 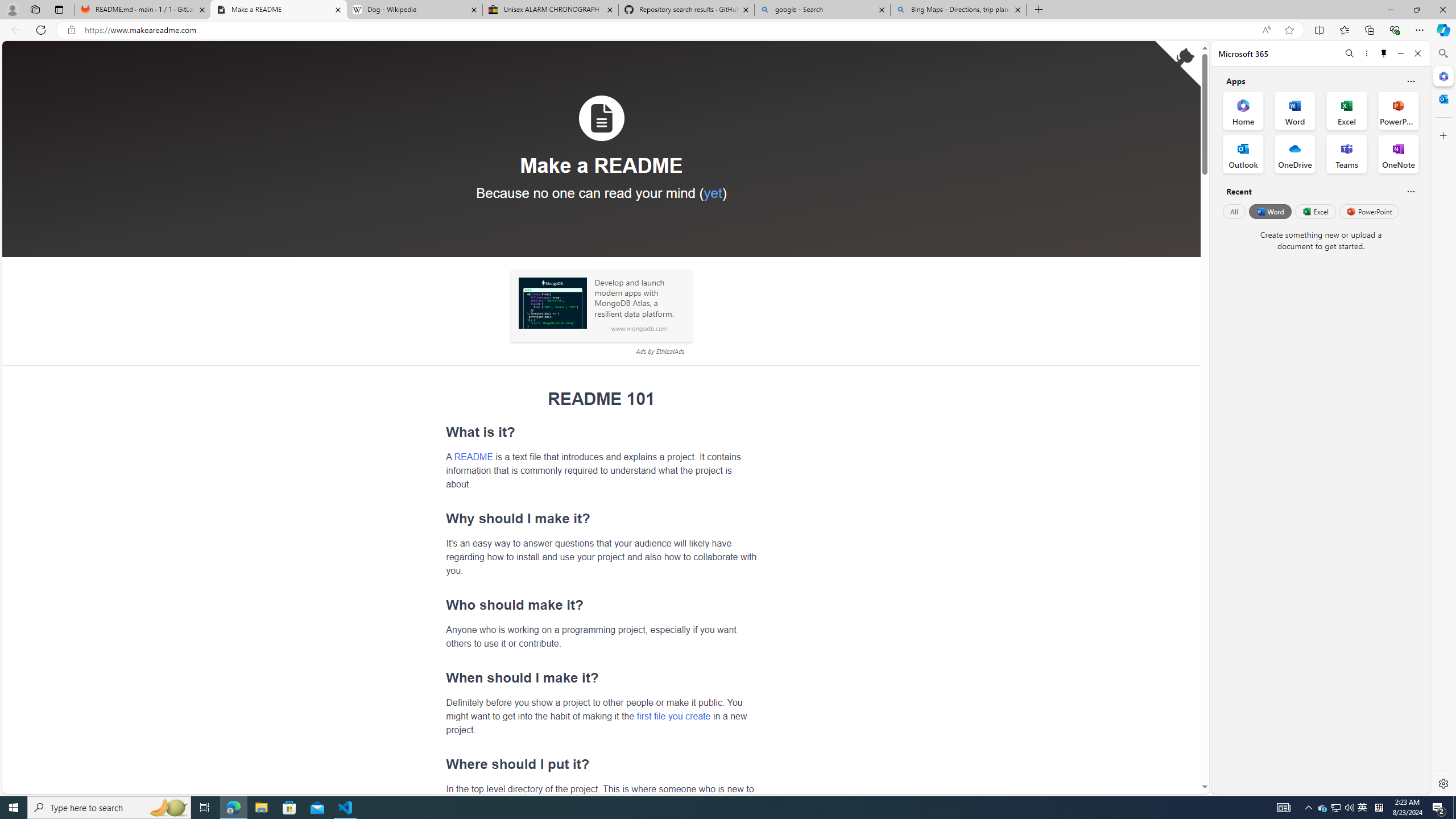 I want to click on 'yet', so click(x=712, y=192).